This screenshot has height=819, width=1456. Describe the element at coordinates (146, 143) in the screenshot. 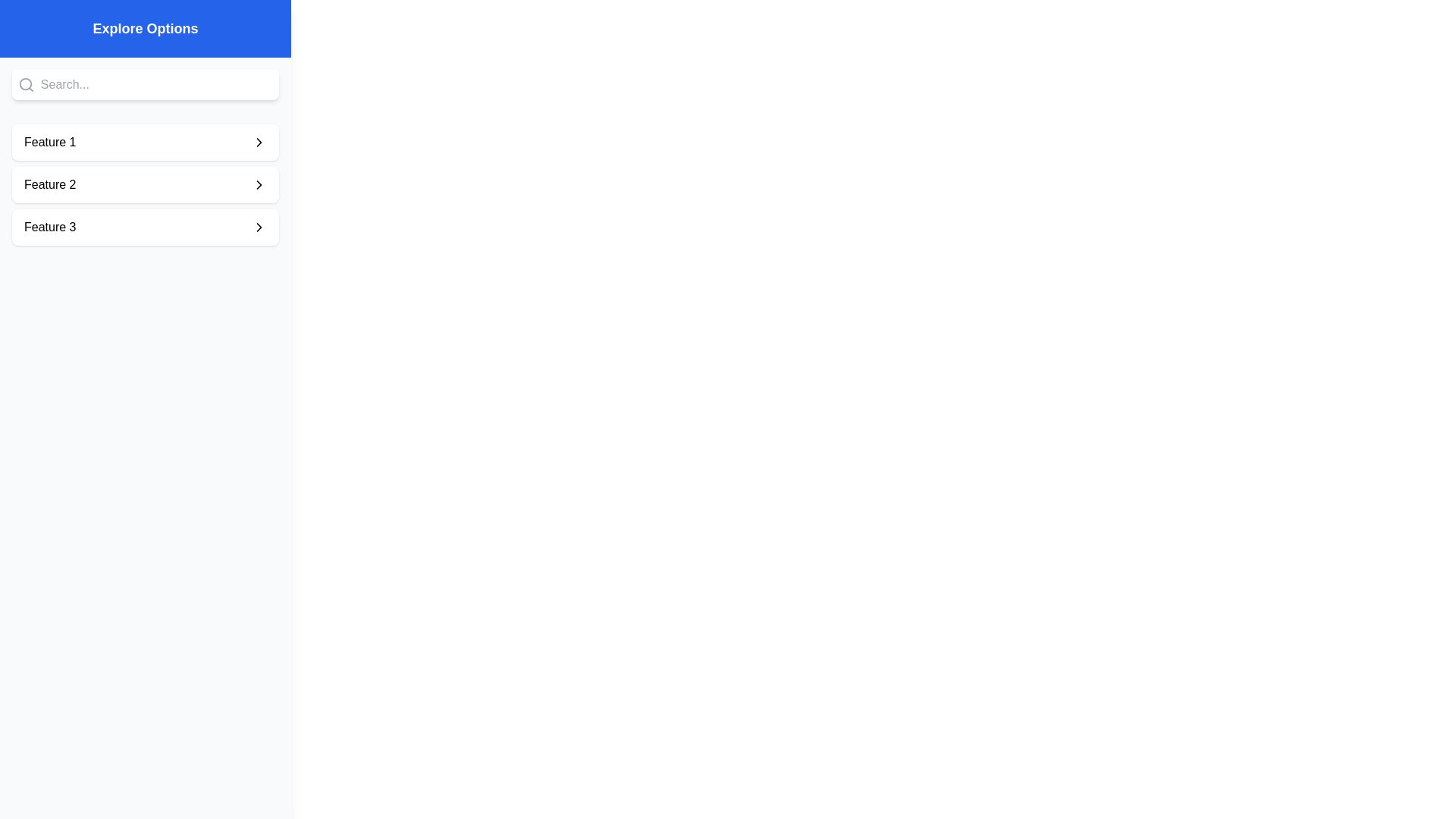

I see `the button corresponding to Feature 1` at that location.